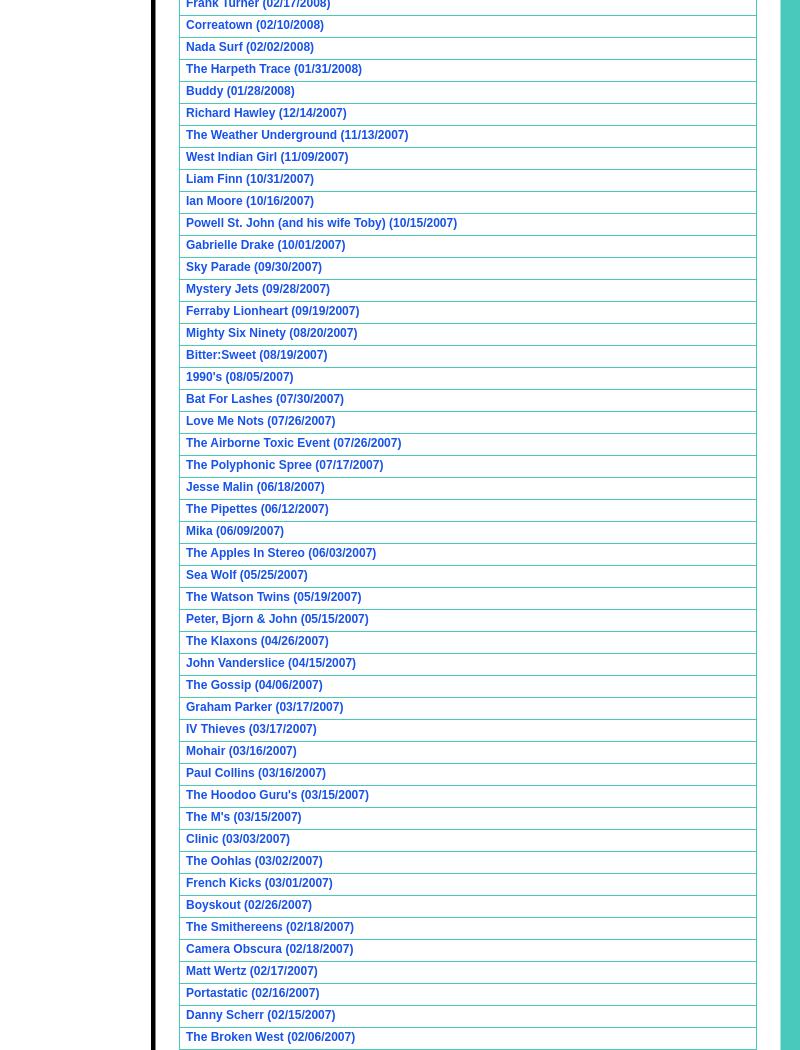  I want to click on 'The Klaxons (04/26/2007)', so click(185, 640).